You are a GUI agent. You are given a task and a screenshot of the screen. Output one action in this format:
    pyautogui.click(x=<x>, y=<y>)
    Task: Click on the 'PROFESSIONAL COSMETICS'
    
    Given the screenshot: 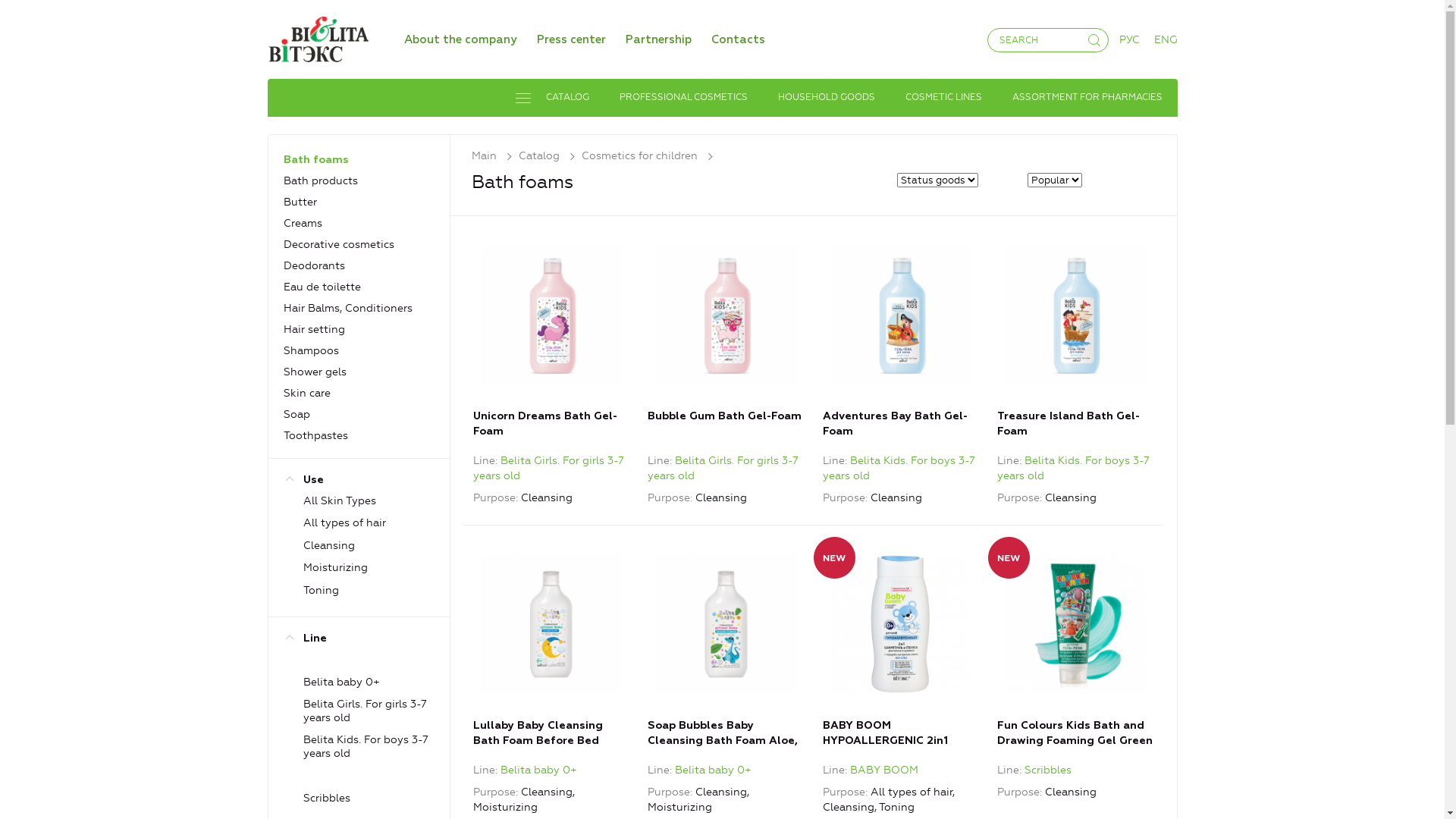 What is the action you would take?
    pyautogui.click(x=682, y=97)
    